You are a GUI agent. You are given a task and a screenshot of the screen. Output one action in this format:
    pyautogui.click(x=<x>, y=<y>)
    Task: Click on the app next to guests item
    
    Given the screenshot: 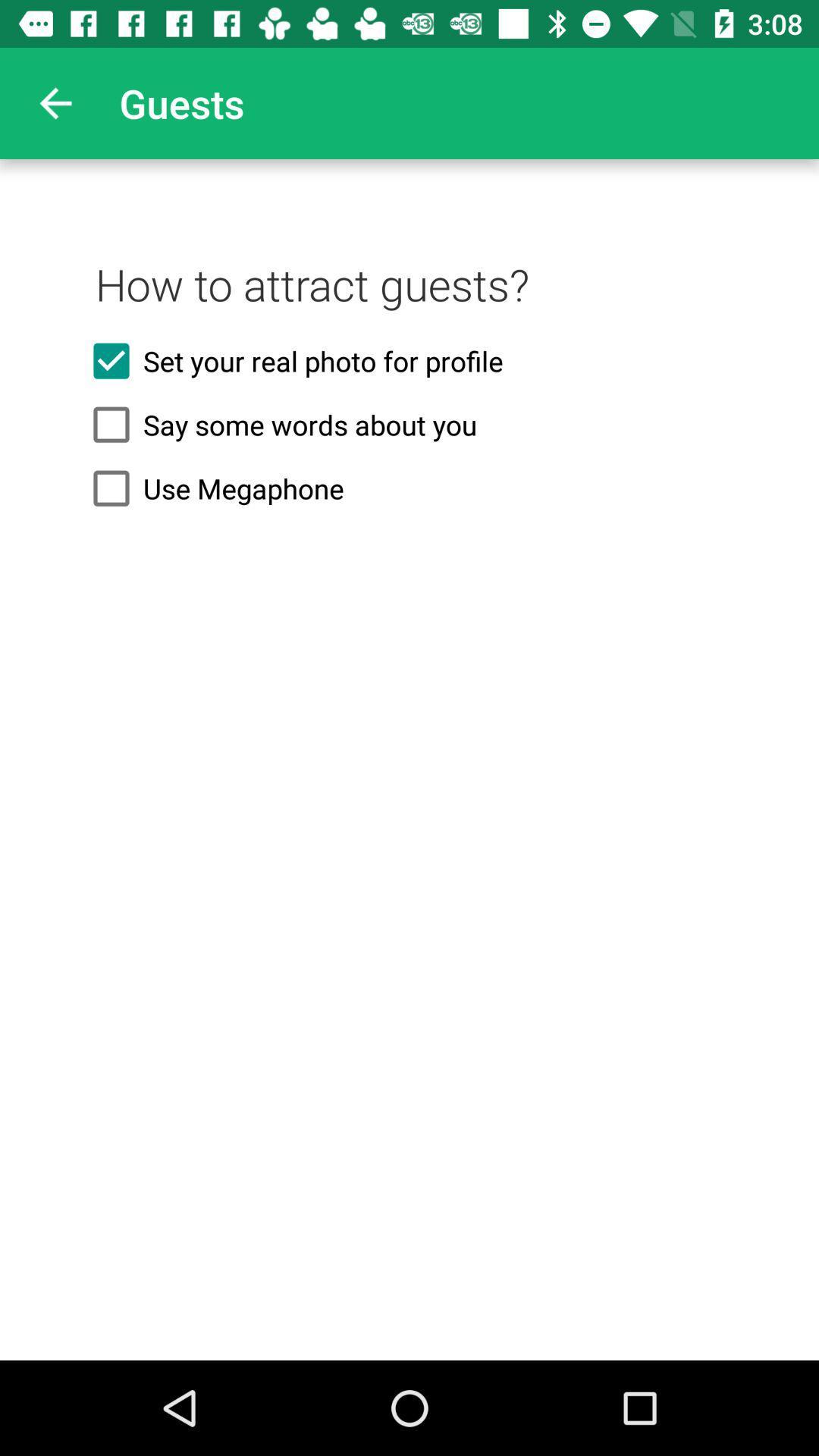 What is the action you would take?
    pyautogui.click(x=55, y=102)
    